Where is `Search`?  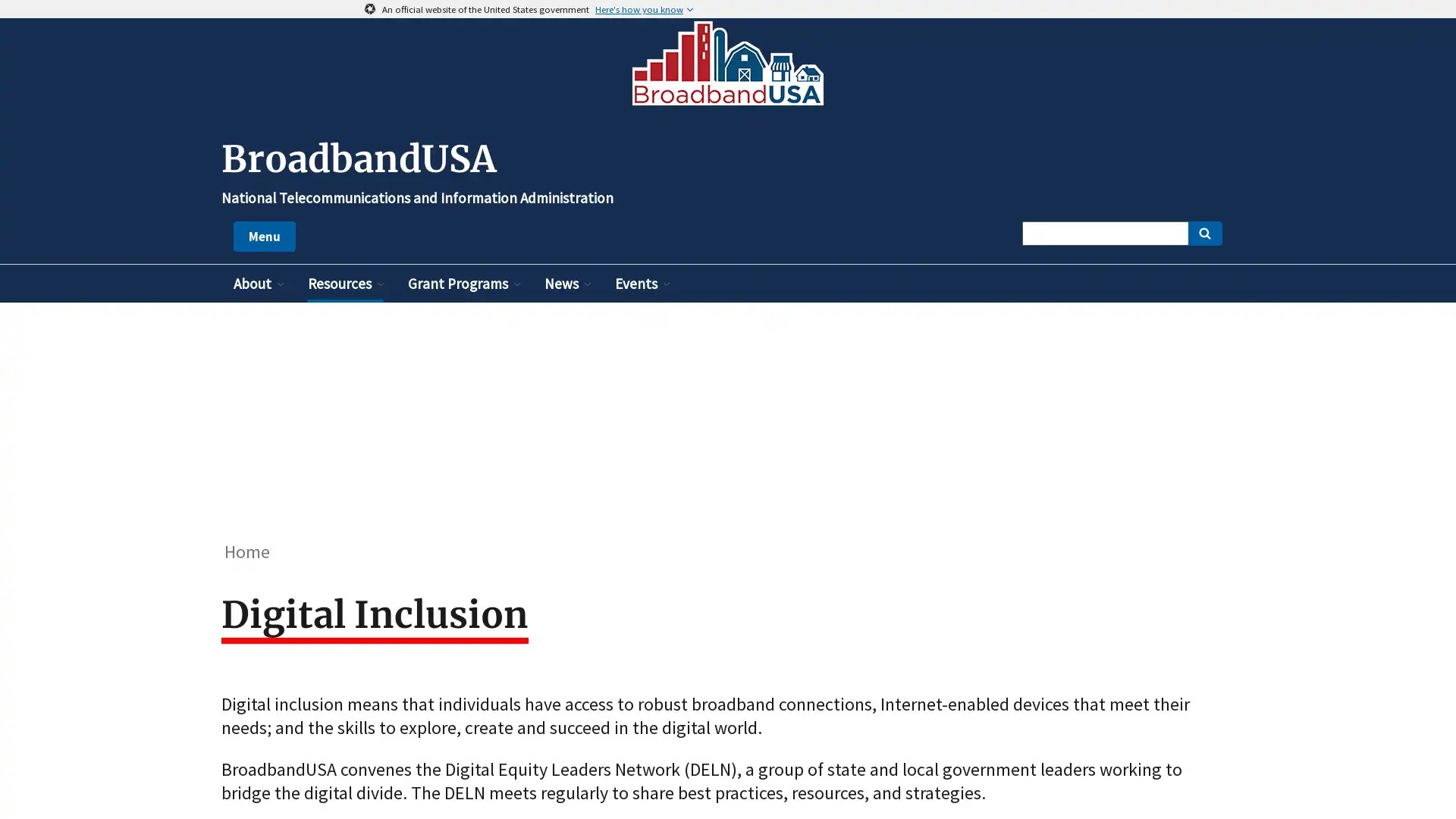
Search is located at coordinates (1203, 234).